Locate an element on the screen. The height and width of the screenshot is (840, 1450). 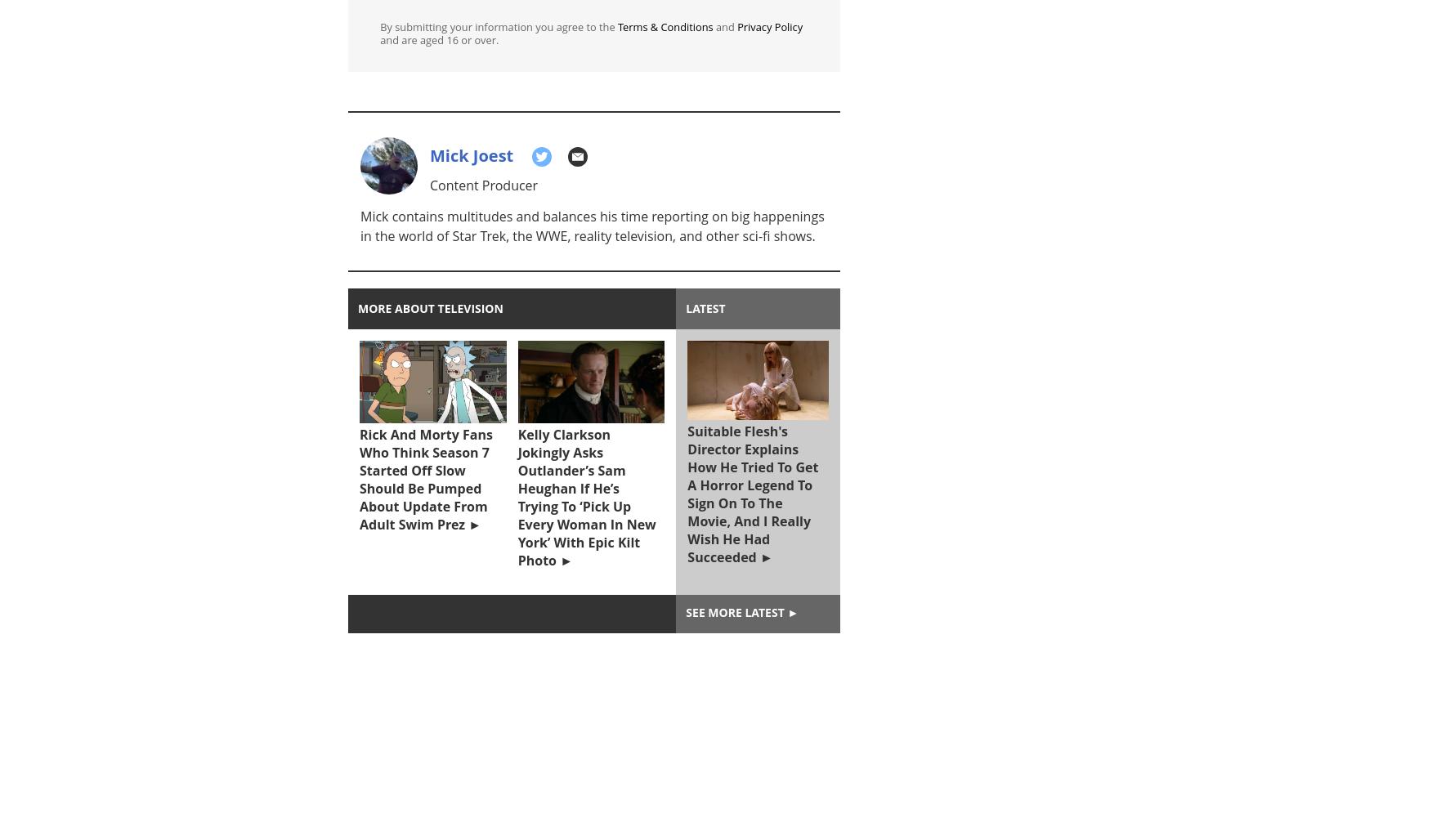
'Suitable Flesh's Director Explains How He Tried To Get A Horror Legend To Sign On To The Movie, And I Really Wish He Had Succeeded' is located at coordinates (752, 493).